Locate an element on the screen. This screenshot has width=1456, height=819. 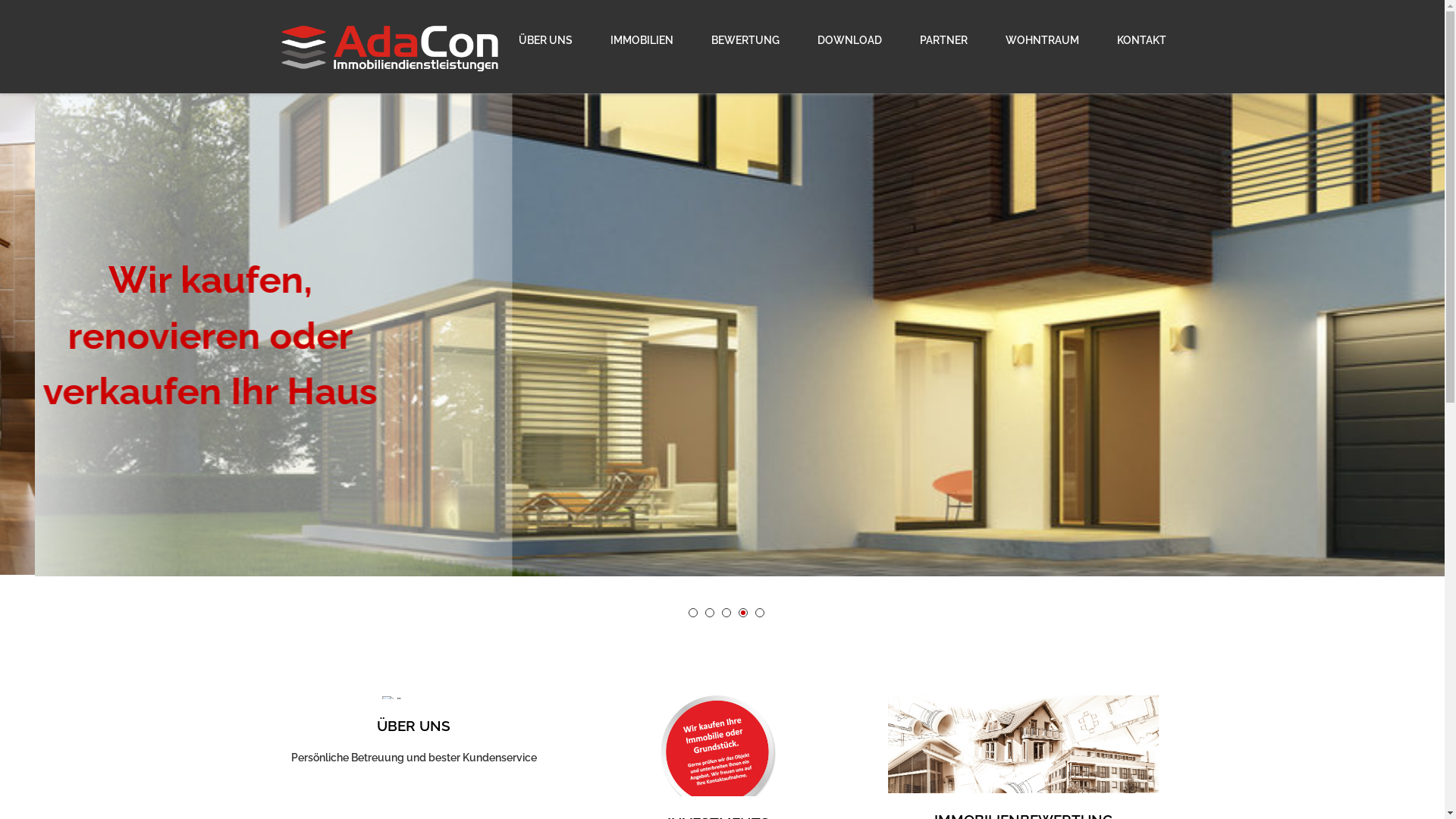
'Immobilienbewertung' is located at coordinates (1023, 752).